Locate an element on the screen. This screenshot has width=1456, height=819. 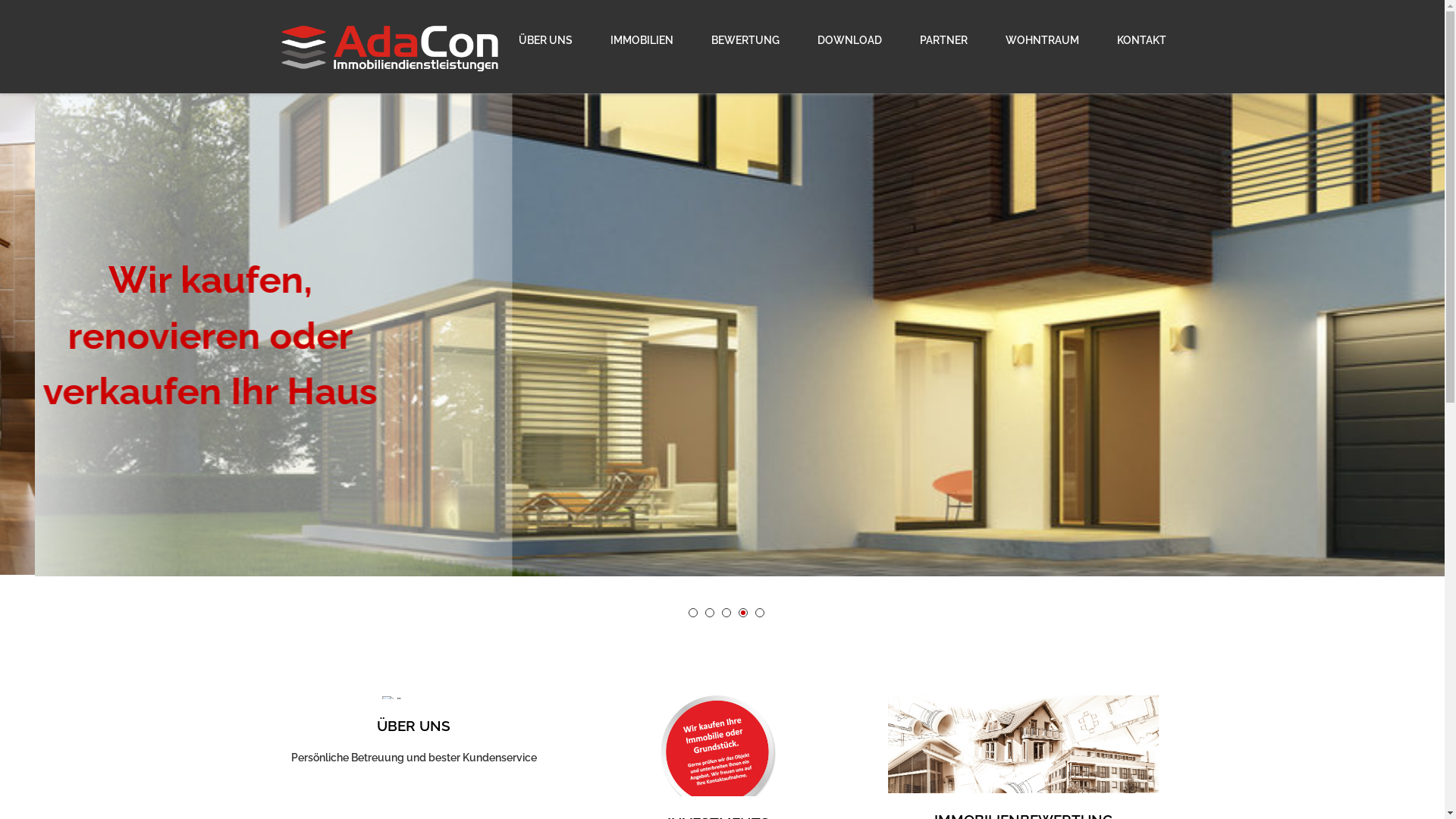
'Immobilienbewertung' is located at coordinates (1023, 752).